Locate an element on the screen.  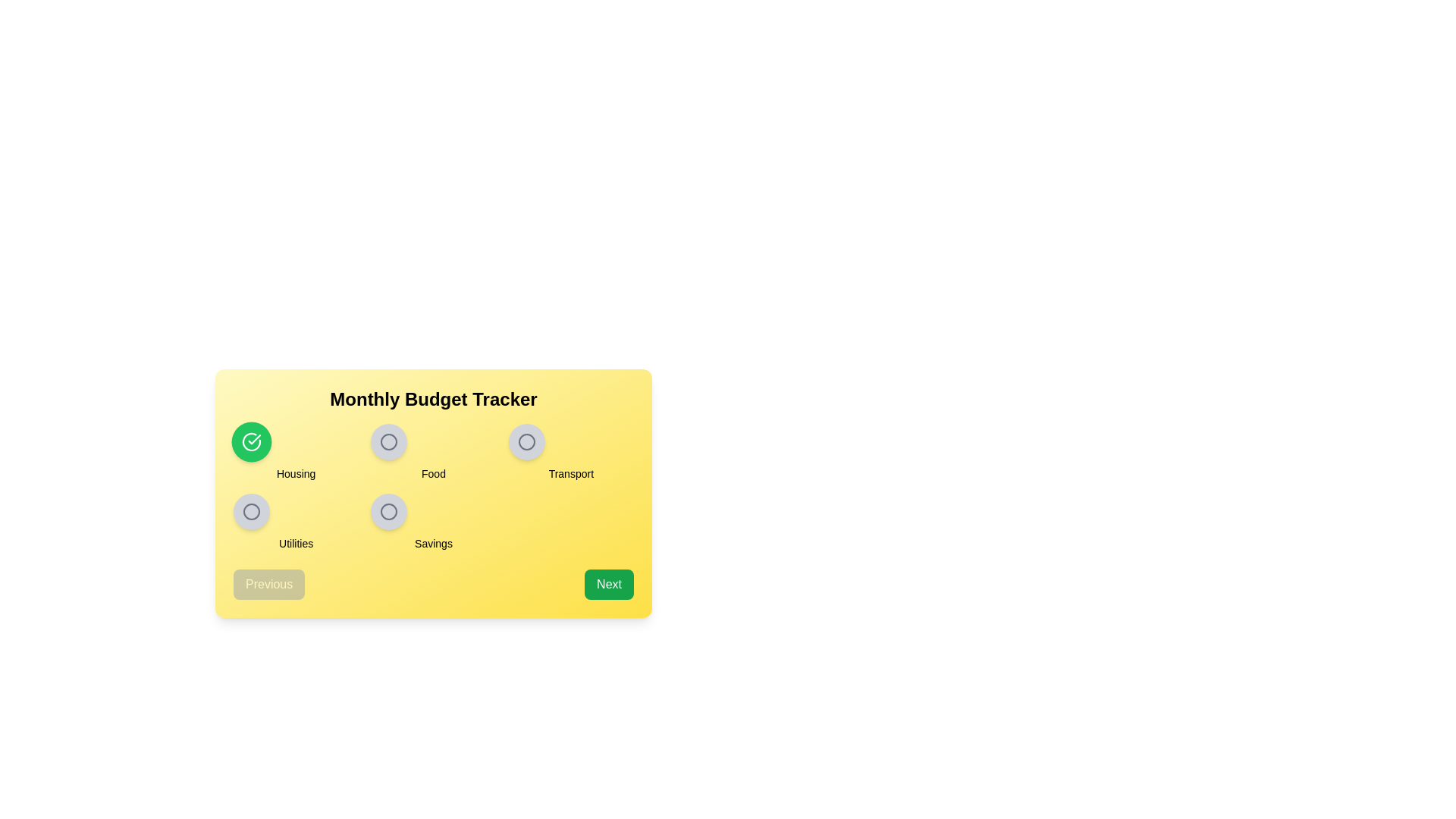
the second circular radio button labeled 'Food' in the upper row of the yellow card titled 'Monthly Budget Tracker' is located at coordinates (389, 441).